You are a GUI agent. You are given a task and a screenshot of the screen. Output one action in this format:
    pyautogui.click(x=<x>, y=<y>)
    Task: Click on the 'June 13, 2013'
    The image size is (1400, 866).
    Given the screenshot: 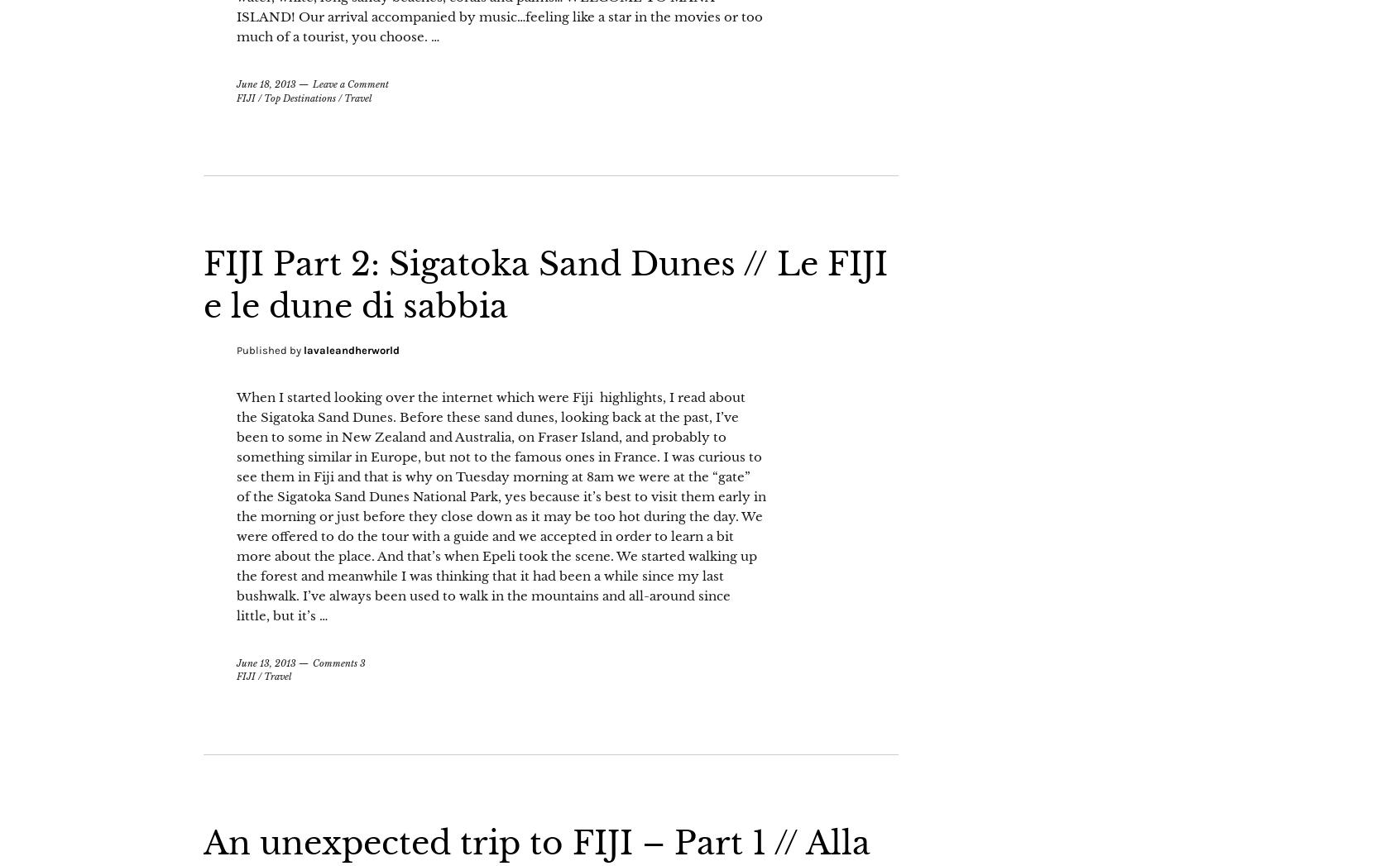 What is the action you would take?
    pyautogui.click(x=265, y=704)
    